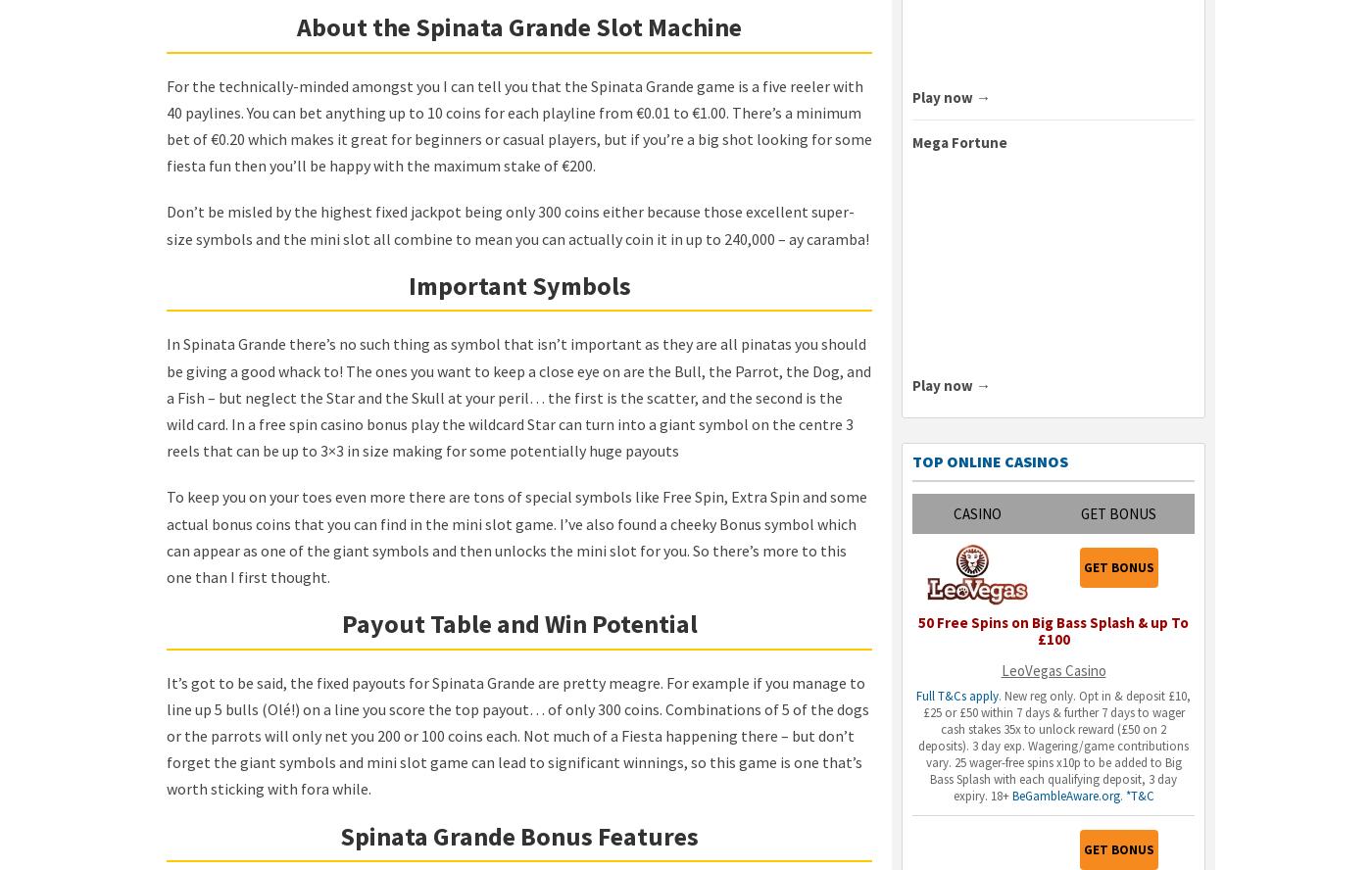 Image resolution: width=1372 pixels, height=870 pixels. What do you see at coordinates (518, 622) in the screenshot?
I see `'Payout Table and Win Potential'` at bounding box center [518, 622].